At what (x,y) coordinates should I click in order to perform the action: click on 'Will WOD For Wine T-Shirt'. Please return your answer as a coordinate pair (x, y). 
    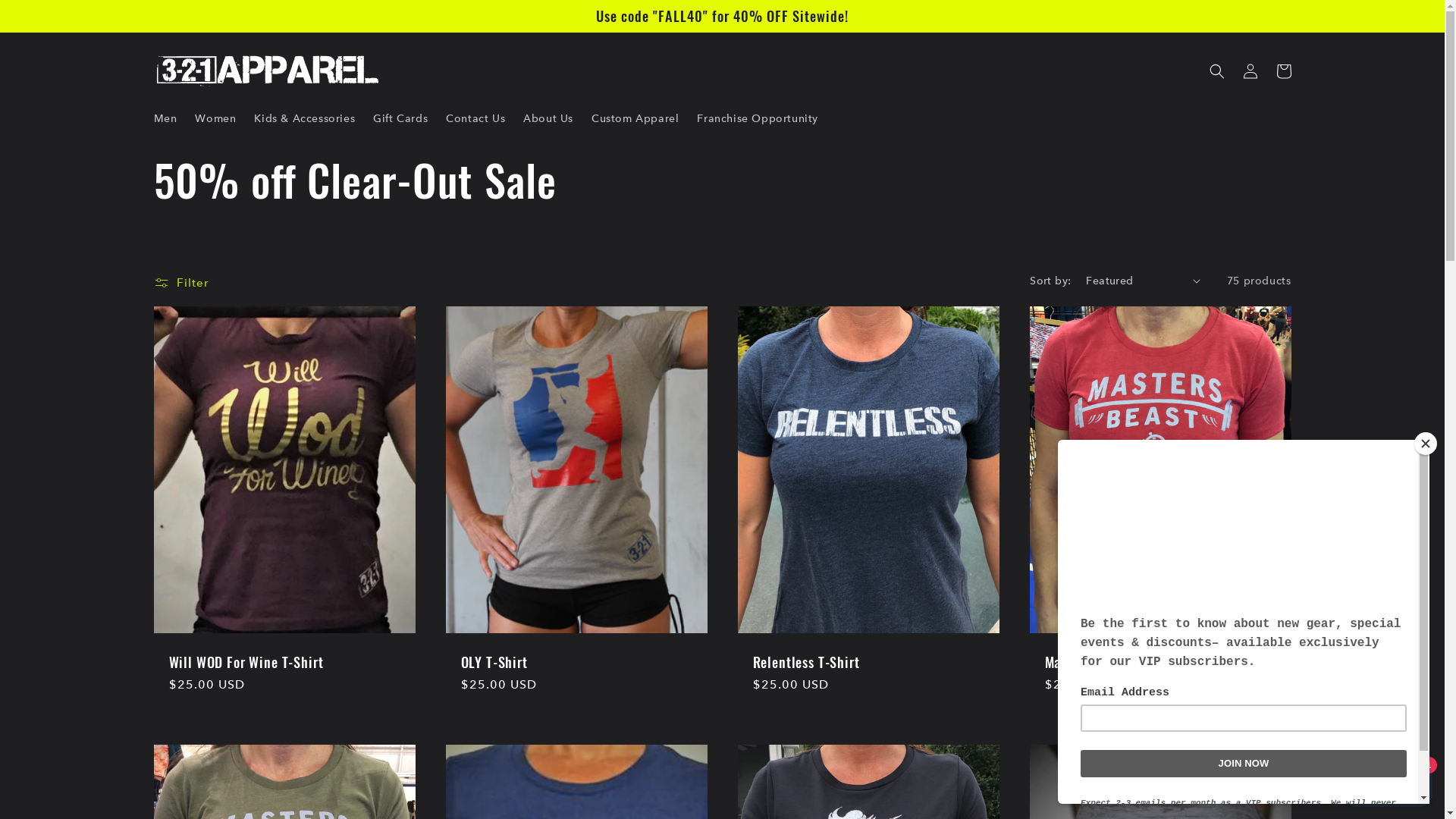
    Looking at the image, I should click on (284, 661).